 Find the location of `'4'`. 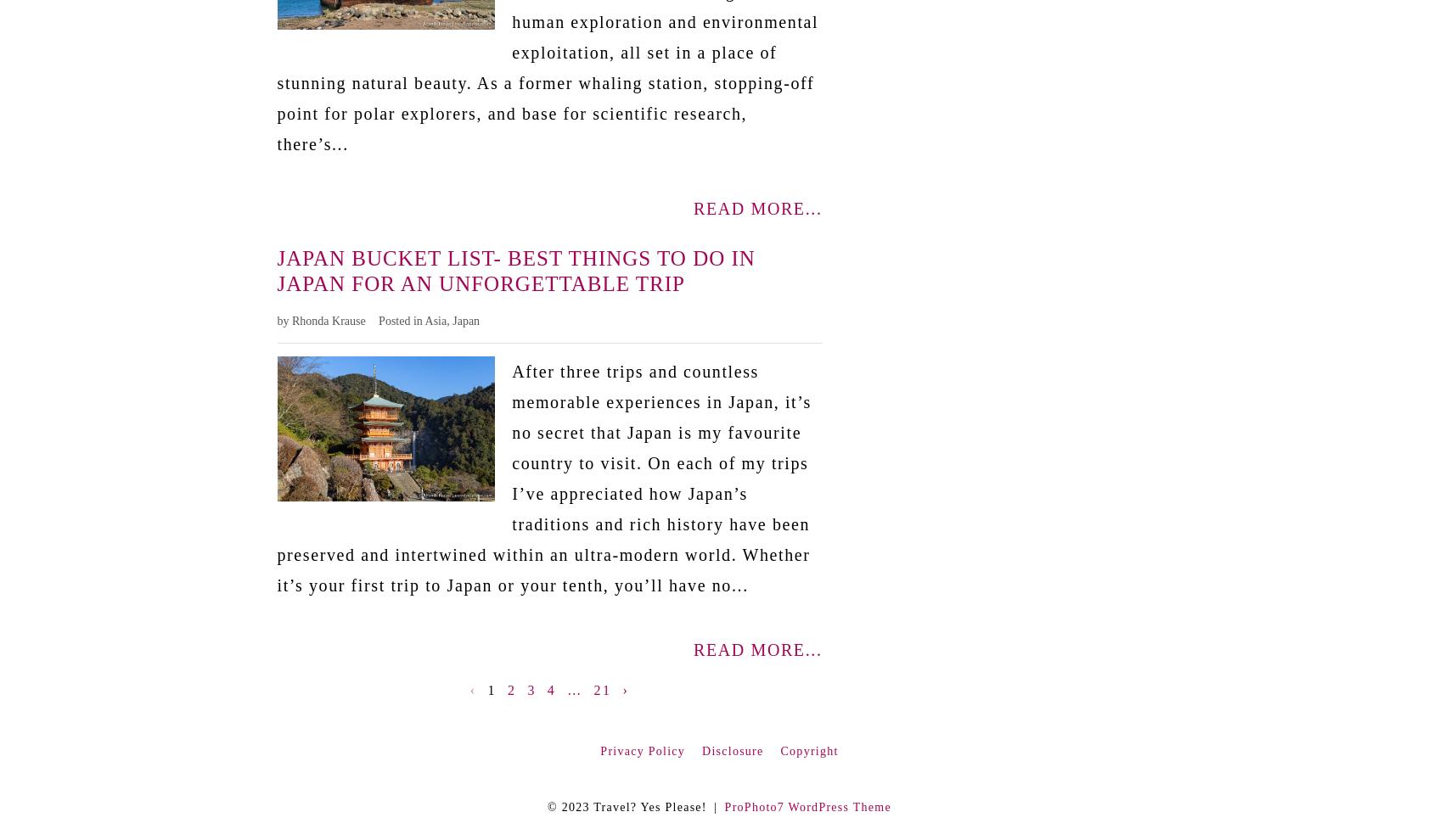

'4' is located at coordinates (550, 688).